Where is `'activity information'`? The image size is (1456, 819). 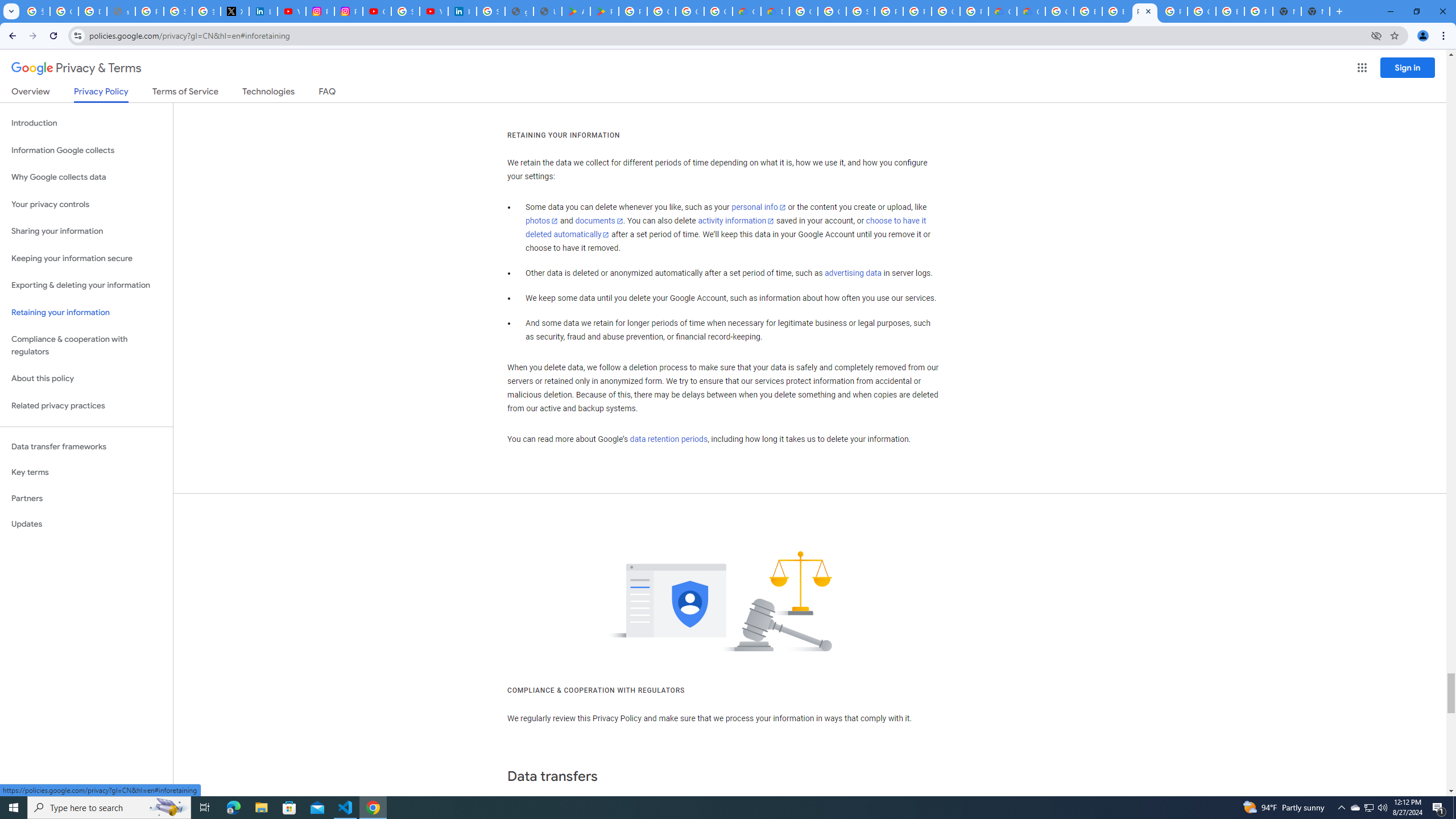 'activity information' is located at coordinates (735, 220).